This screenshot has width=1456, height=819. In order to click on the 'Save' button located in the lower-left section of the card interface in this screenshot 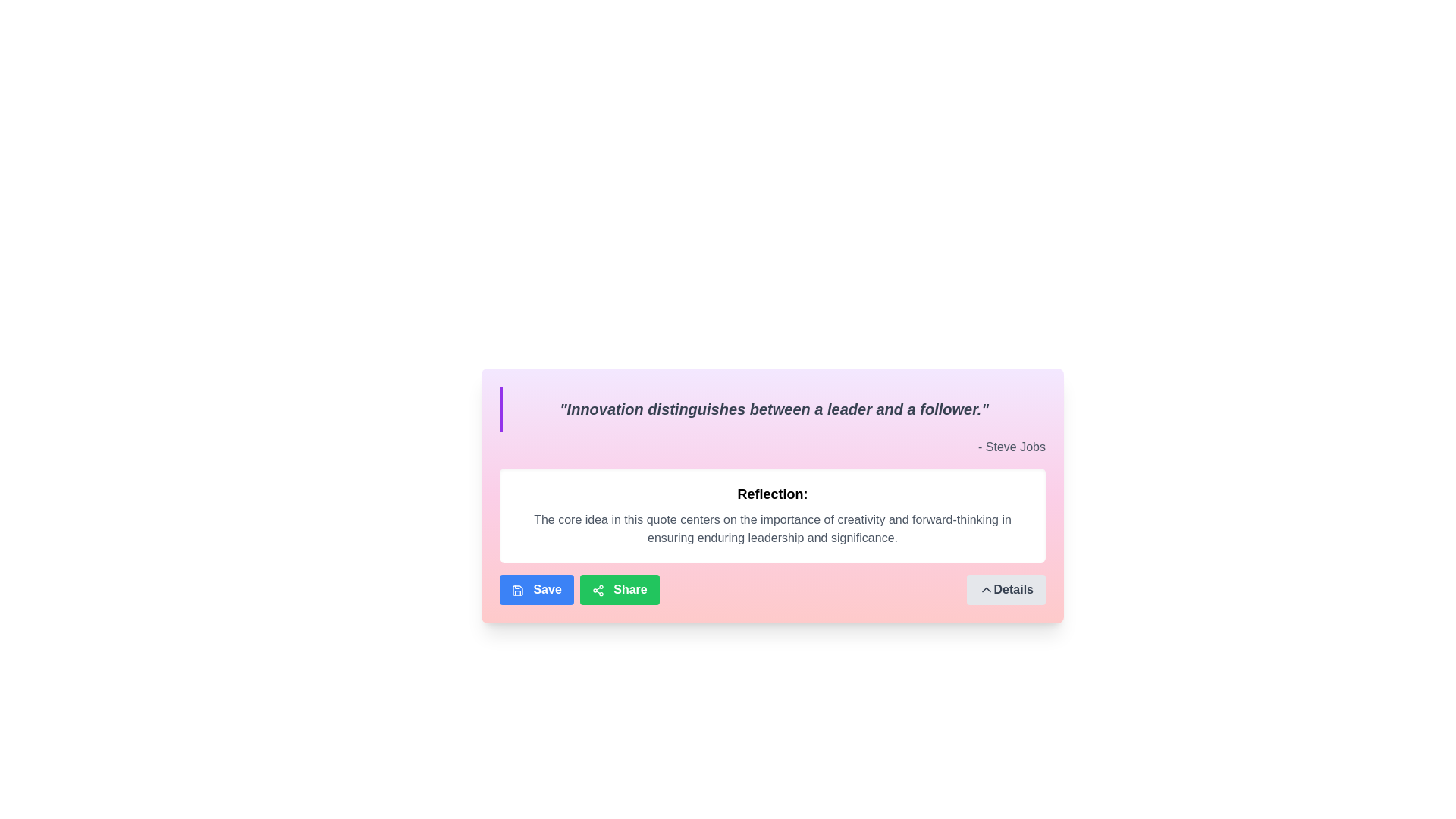, I will do `click(536, 589)`.